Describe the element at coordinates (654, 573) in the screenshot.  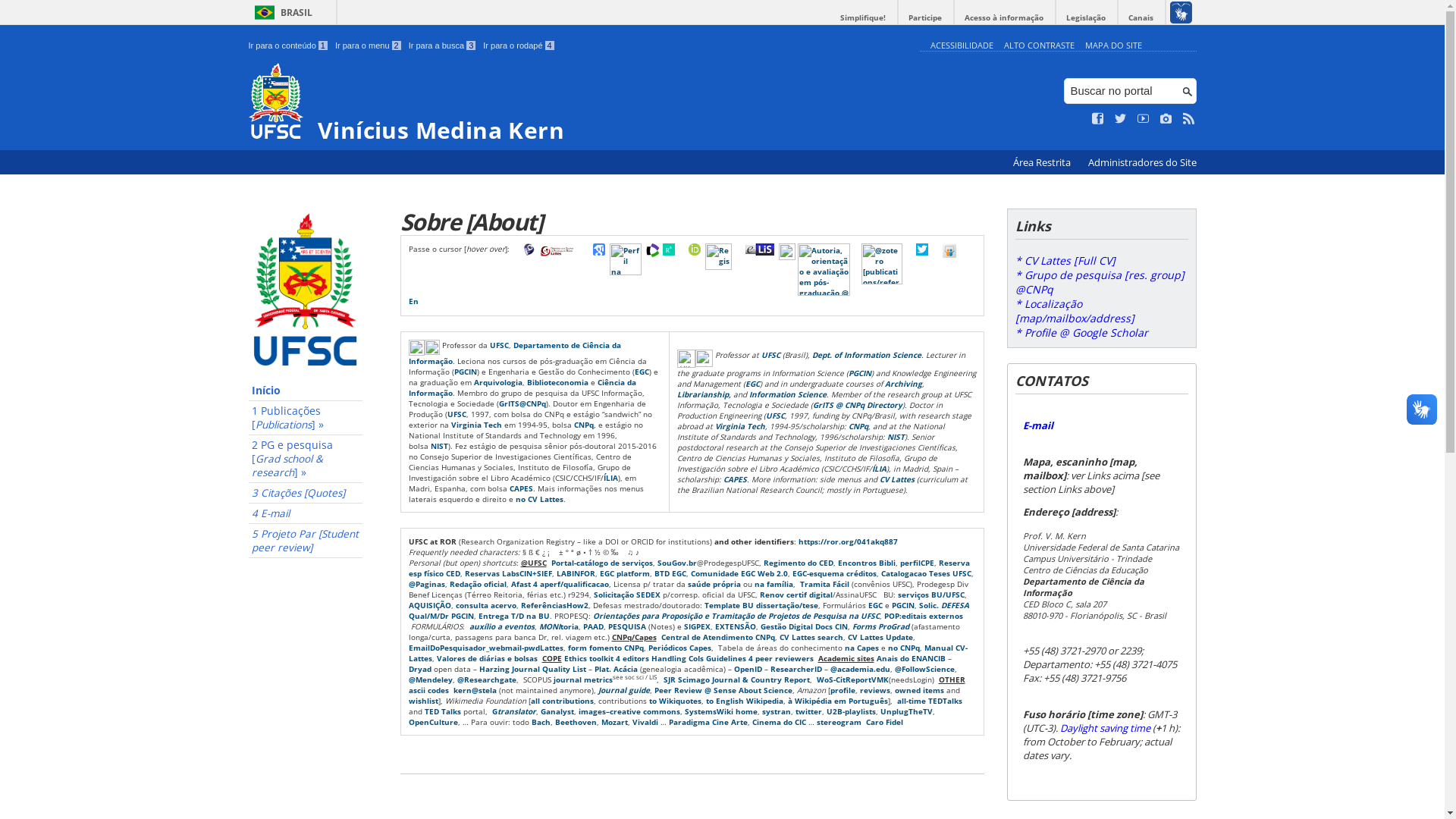
I see `'BTD EGC'` at that location.